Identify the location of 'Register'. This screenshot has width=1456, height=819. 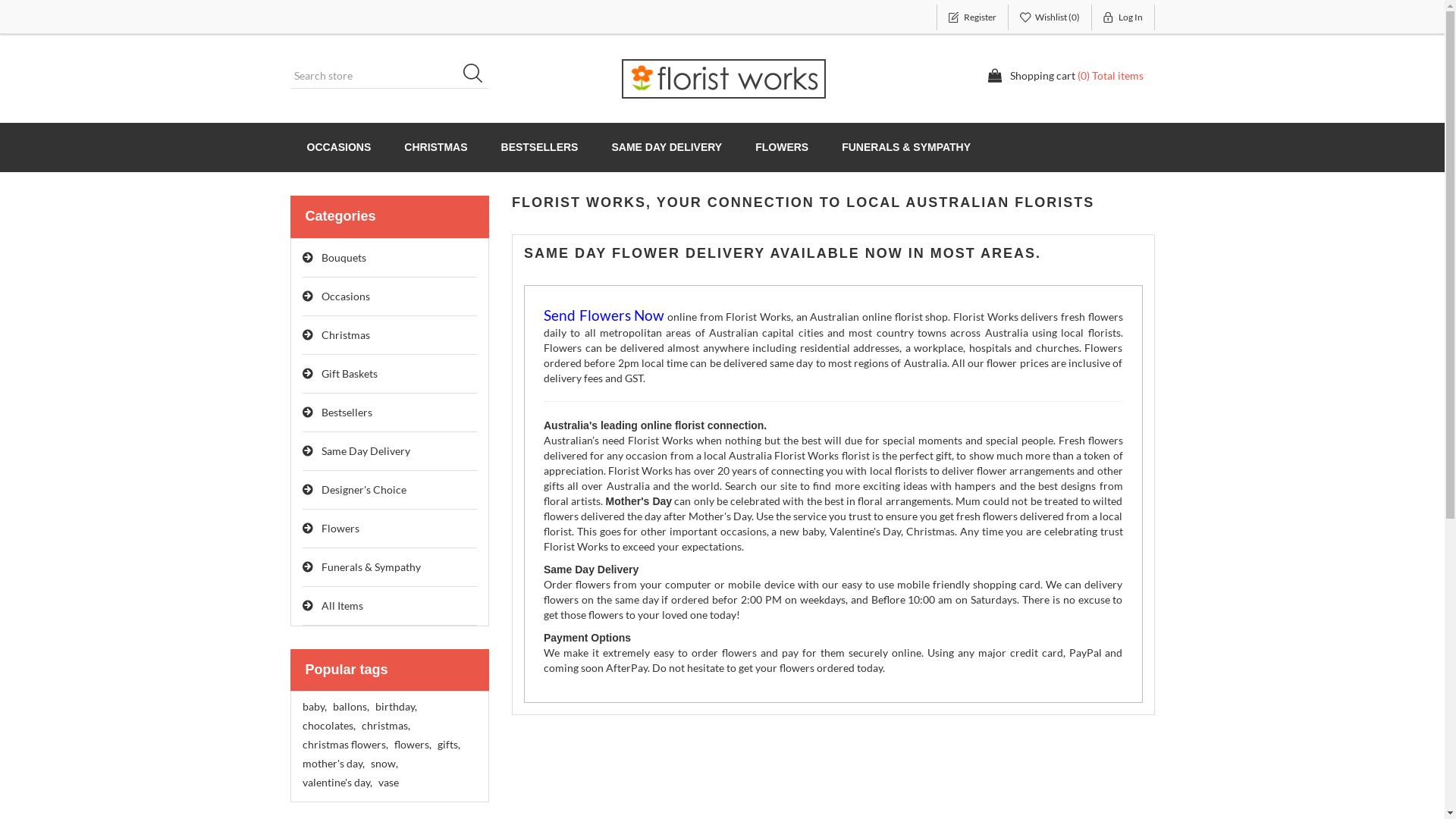
(971, 17).